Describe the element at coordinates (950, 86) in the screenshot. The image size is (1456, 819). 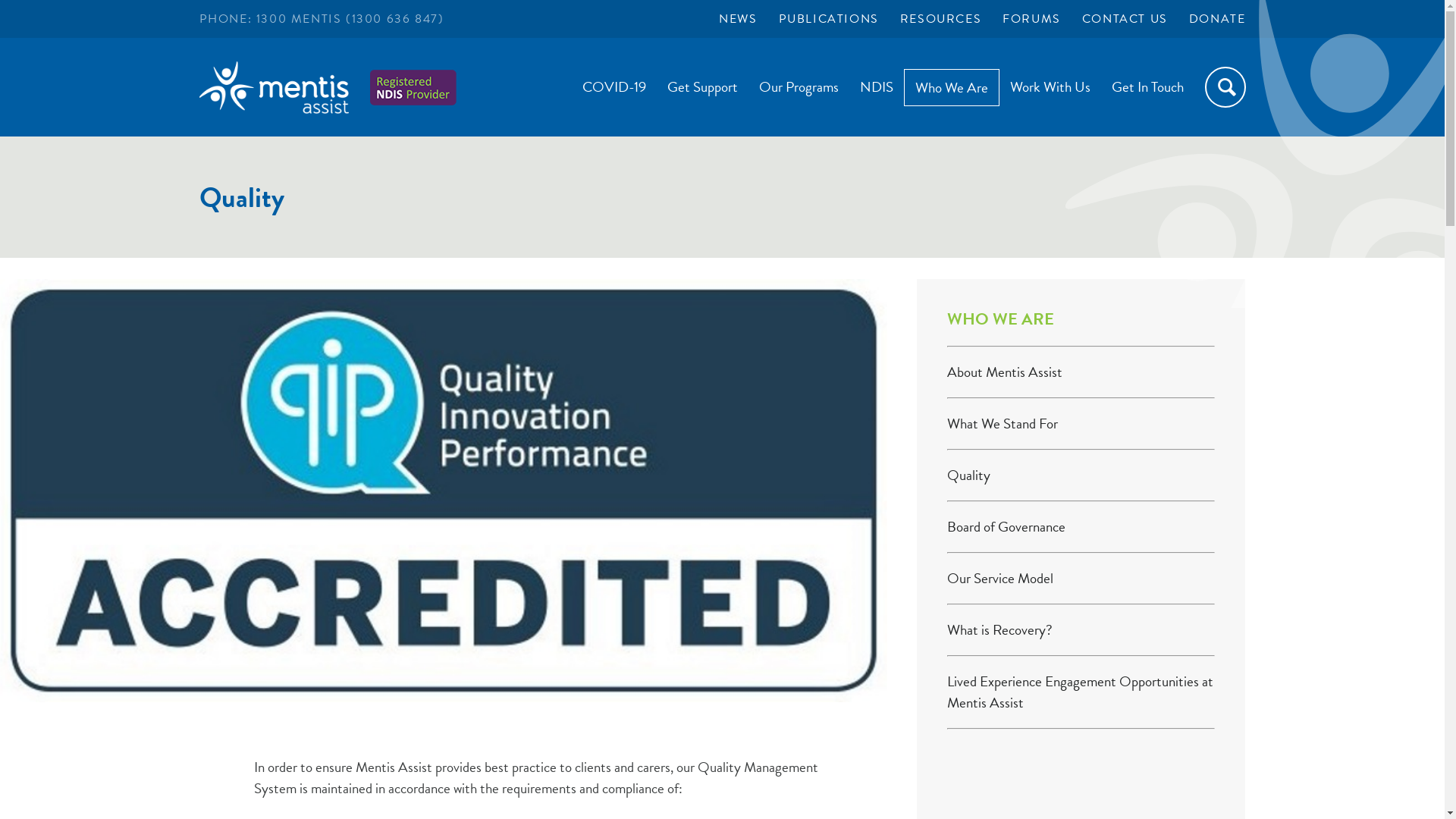
I see `'Who We Are'` at that location.